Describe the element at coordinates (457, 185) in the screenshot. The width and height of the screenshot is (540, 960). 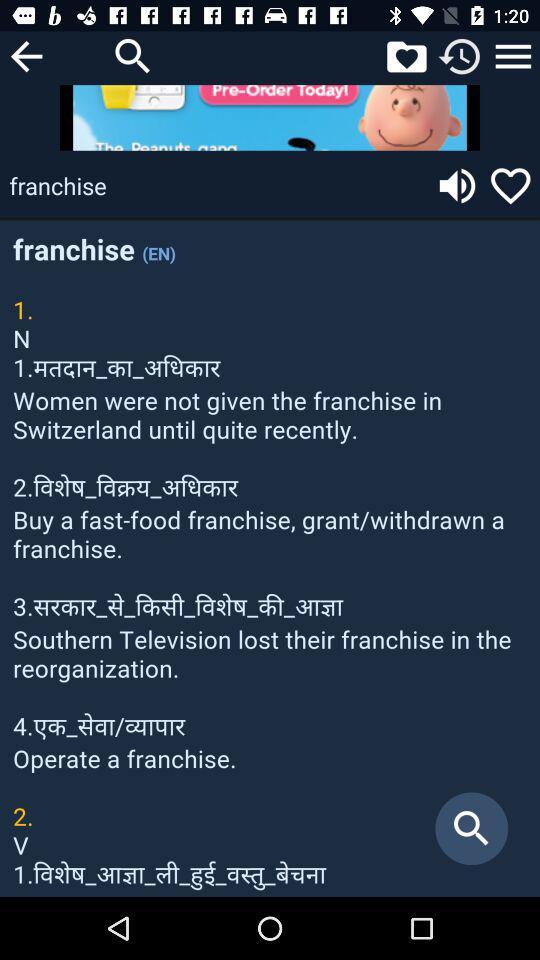
I see `the volume` at that location.